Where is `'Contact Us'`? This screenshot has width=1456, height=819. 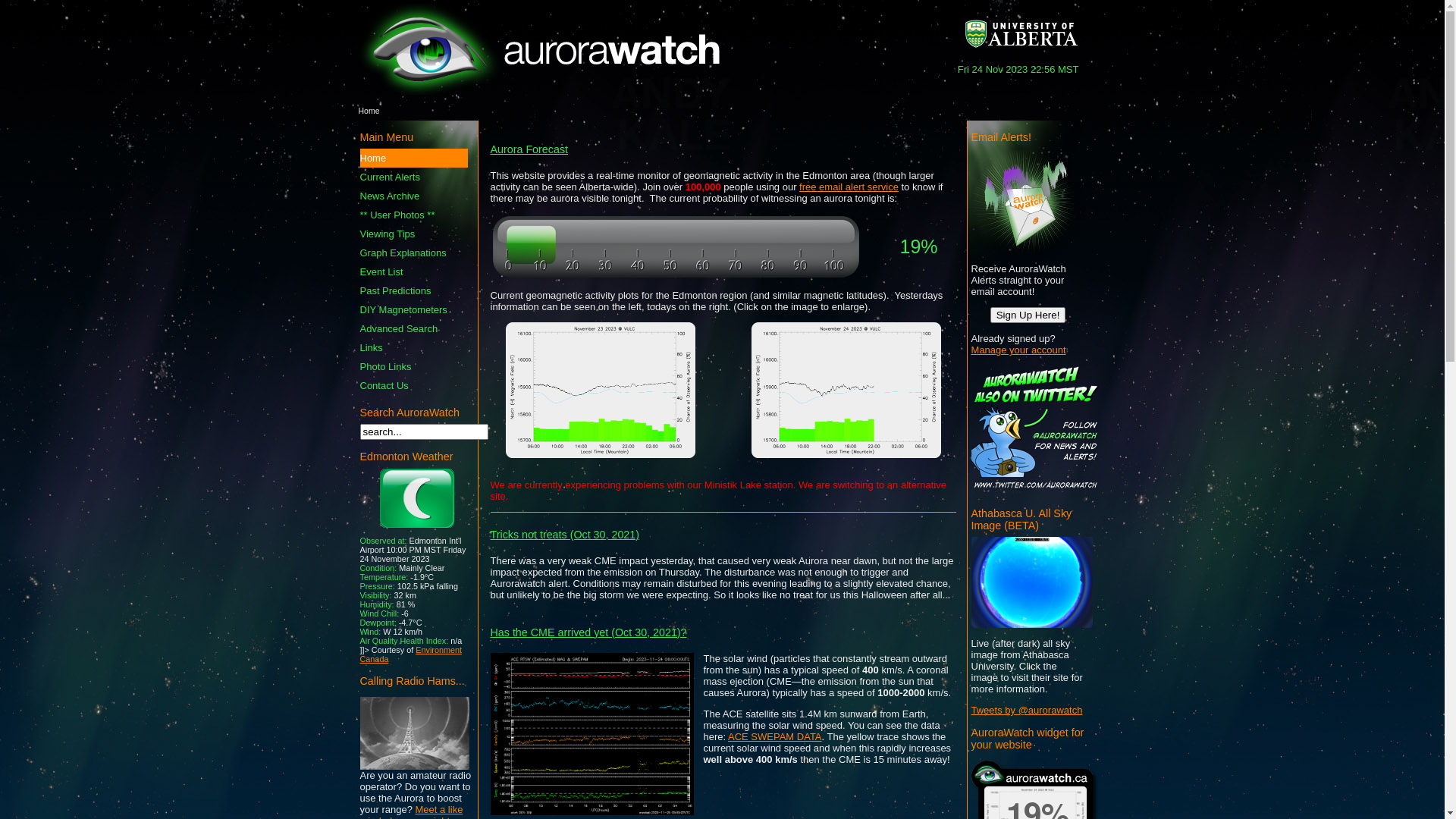
'Contact Us' is located at coordinates (413, 384).